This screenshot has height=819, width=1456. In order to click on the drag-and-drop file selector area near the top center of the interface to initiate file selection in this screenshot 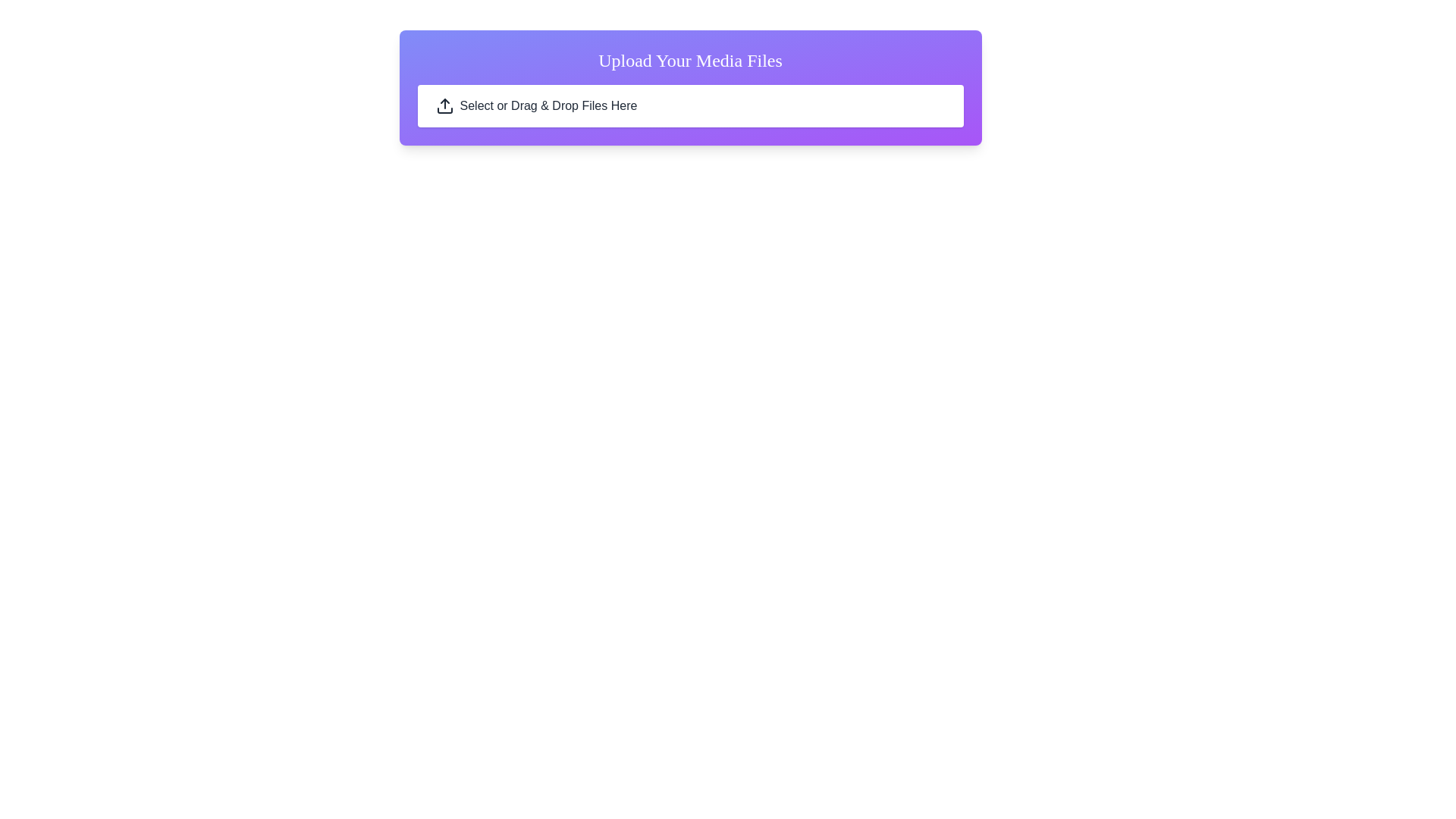, I will do `click(689, 105)`.